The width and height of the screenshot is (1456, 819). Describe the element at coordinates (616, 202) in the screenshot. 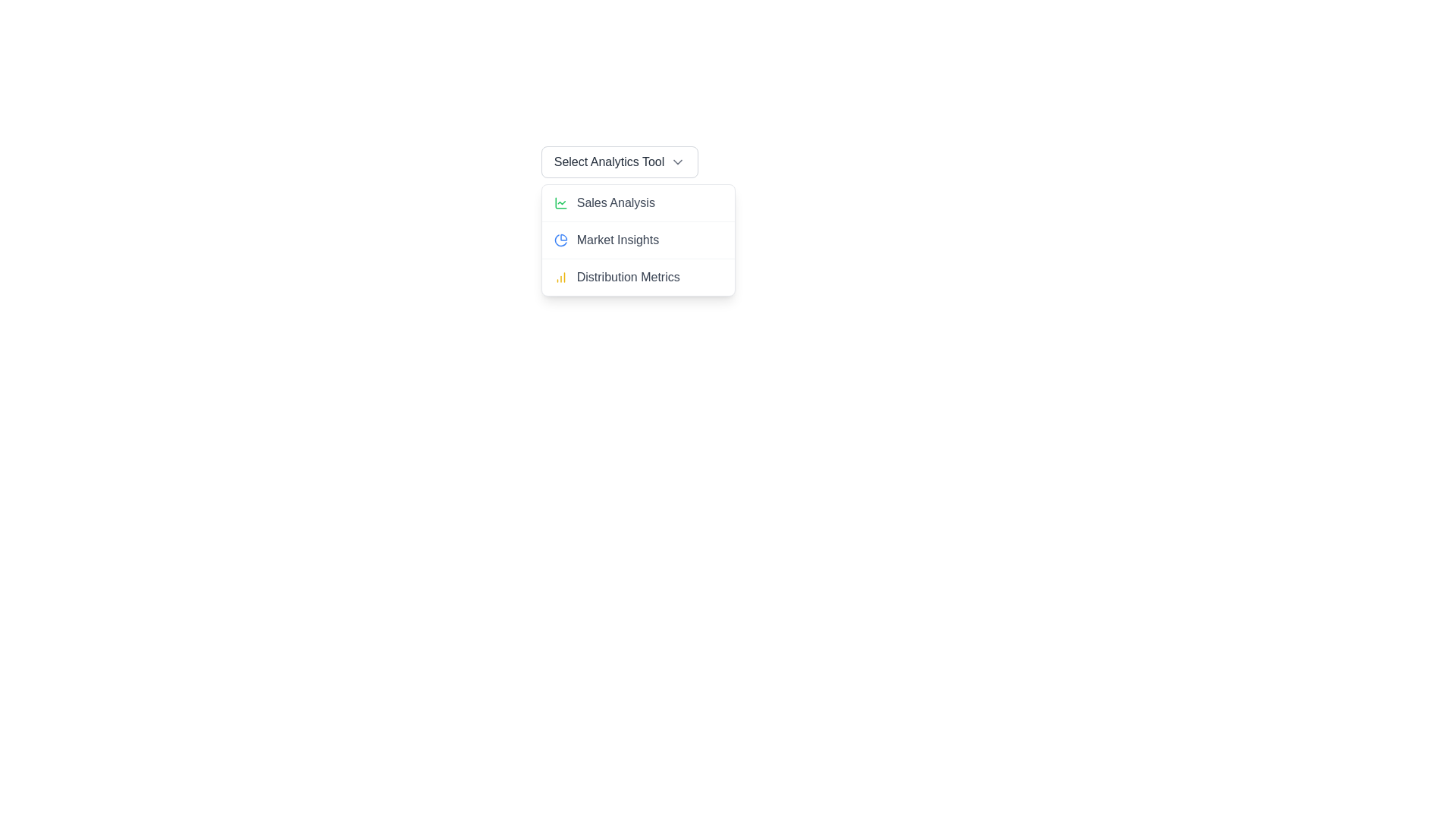

I see `the 'Sales Analysis' text label, which appears in gray font and is the first option in the drop-down menu under 'Select Analytics Tool'` at that location.